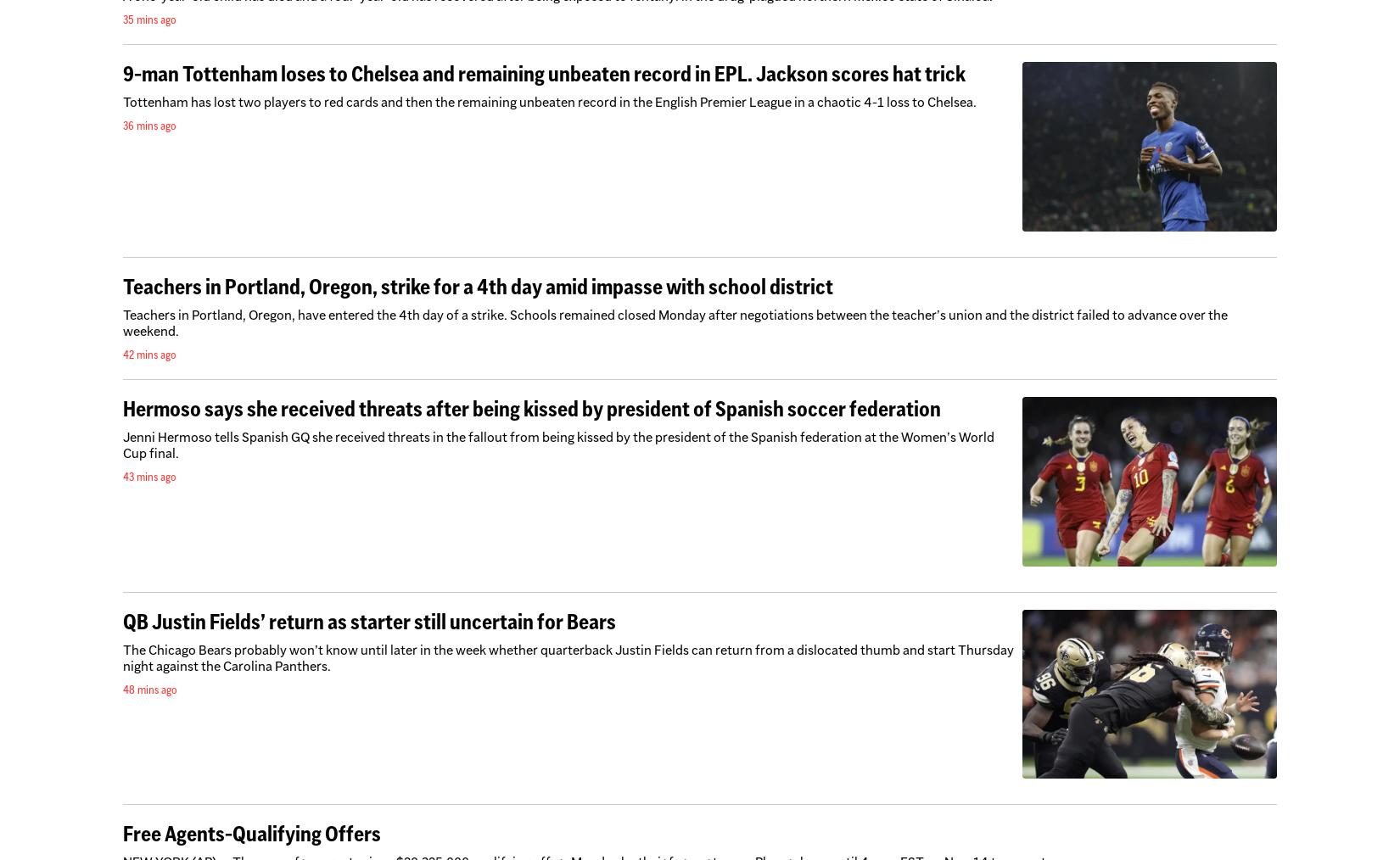  What do you see at coordinates (548, 102) in the screenshot?
I see `'Tottenham has lost two players to red cards and then the remaining unbeaten record in the English Premier League in a chaotic 4-1 loss to Chelsea.'` at bounding box center [548, 102].